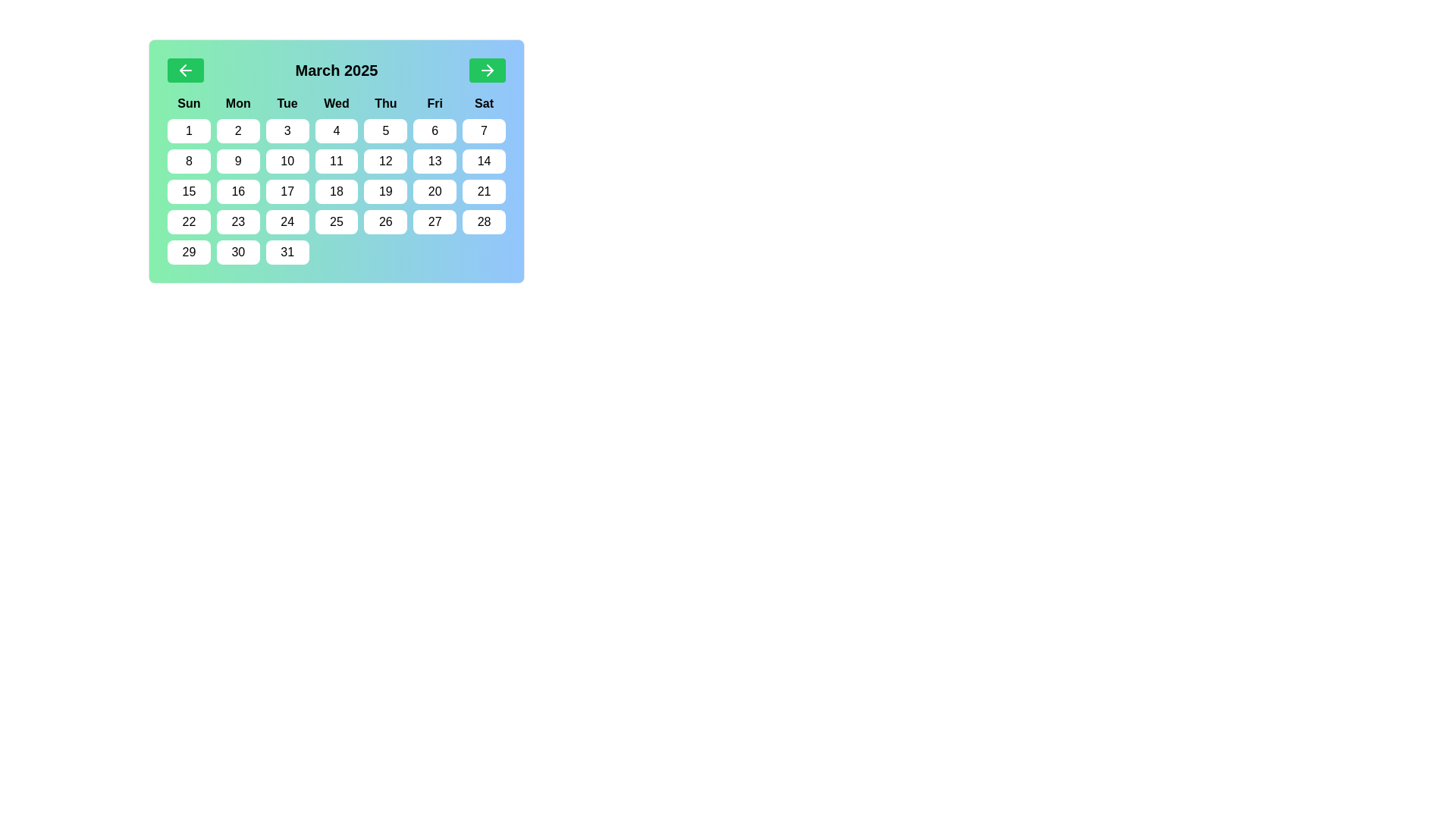  I want to click on the button representing the 5th day of the month in the calendar interface, so click(385, 130).